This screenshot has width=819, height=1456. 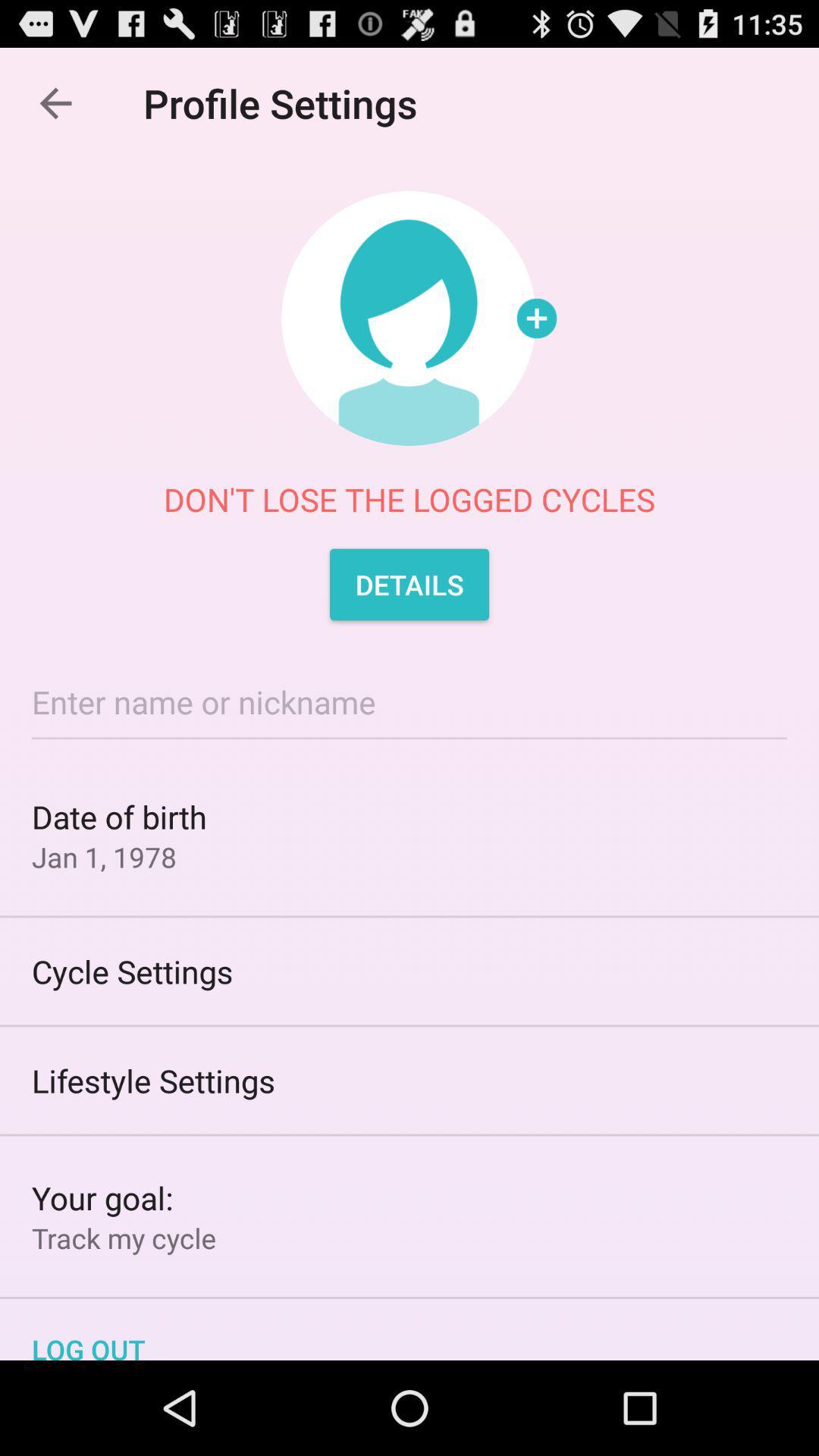 I want to click on name space, so click(x=409, y=701).